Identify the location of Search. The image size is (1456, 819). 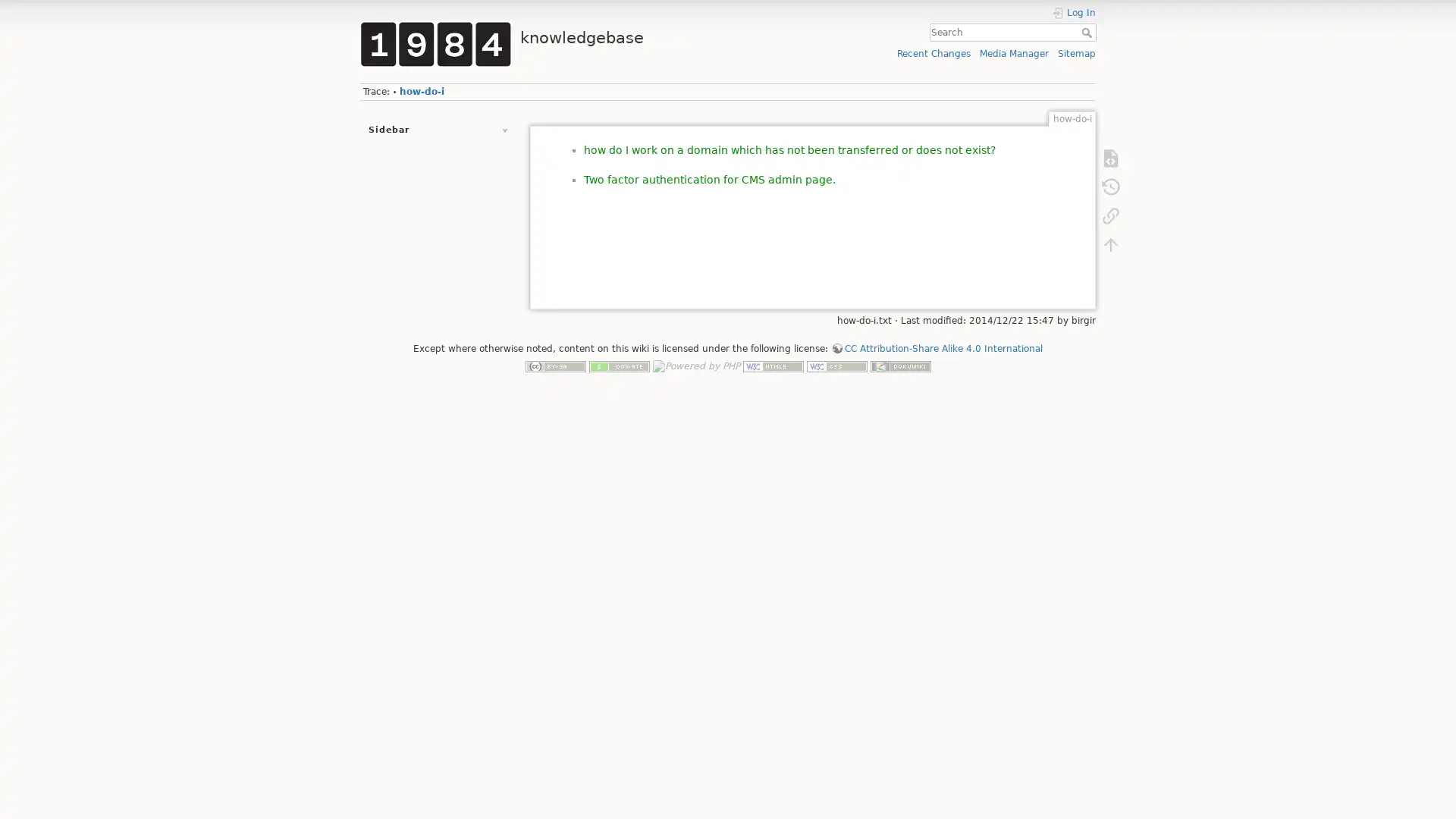
(1087, 32).